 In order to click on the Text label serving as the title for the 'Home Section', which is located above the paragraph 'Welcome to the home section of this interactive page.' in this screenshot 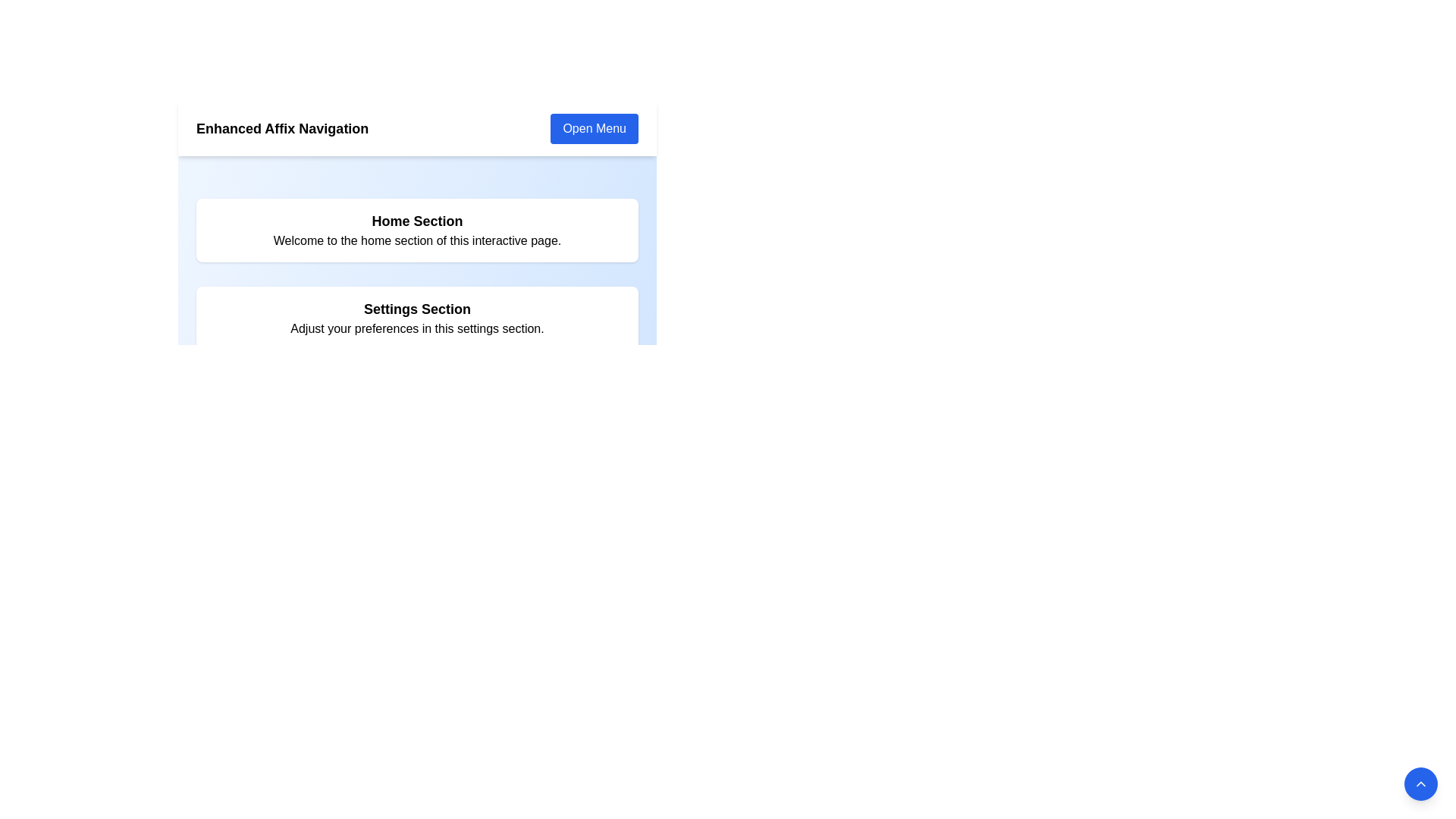, I will do `click(417, 214)`.